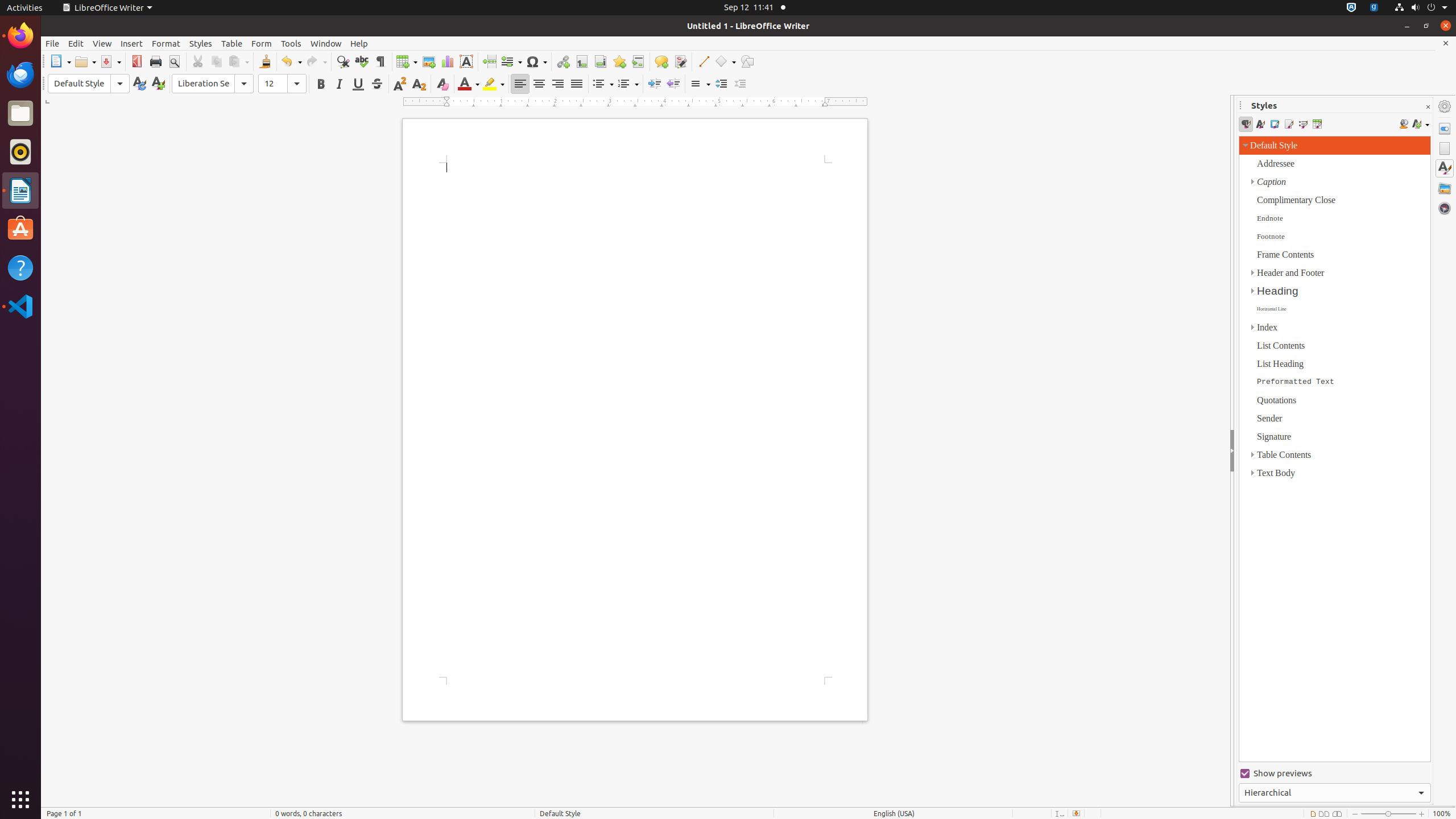 The width and height of the screenshot is (1456, 819). Describe the element at coordinates (1335, 448) in the screenshot. I see `'Style List'` at that location.